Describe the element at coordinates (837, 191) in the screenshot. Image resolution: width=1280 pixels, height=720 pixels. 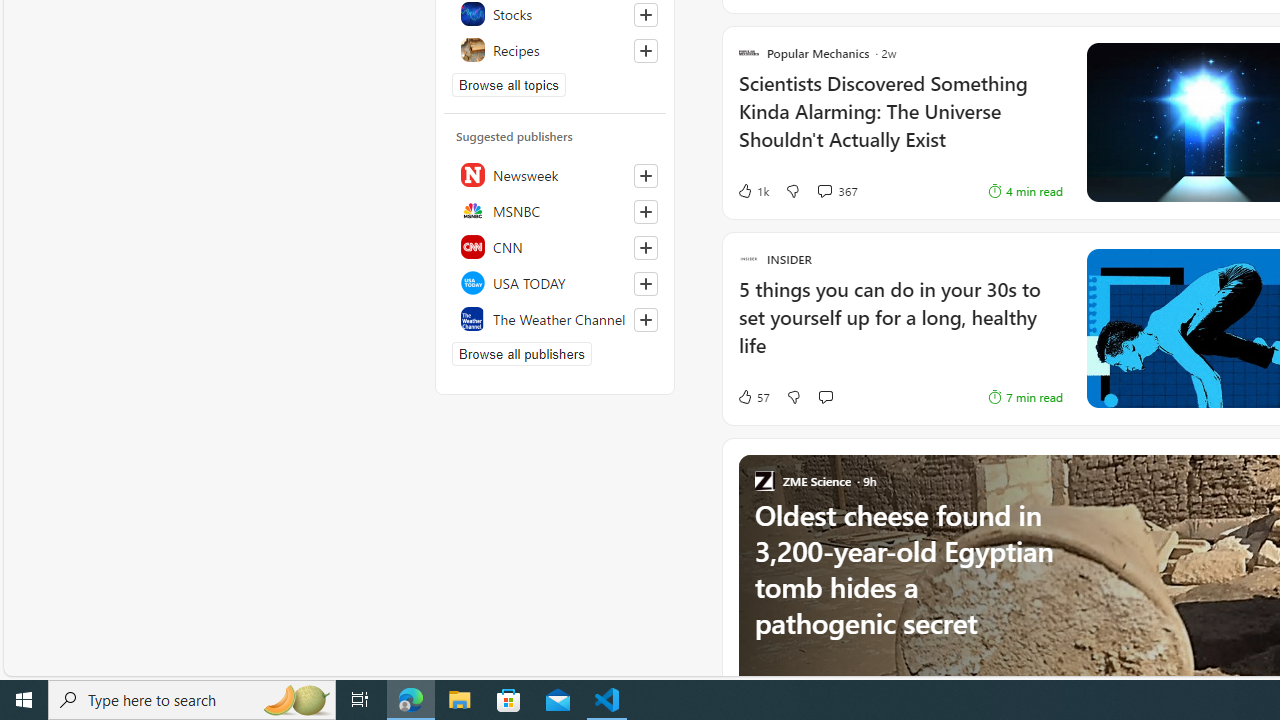
I see `'View comments 367 Comment'` at that location.